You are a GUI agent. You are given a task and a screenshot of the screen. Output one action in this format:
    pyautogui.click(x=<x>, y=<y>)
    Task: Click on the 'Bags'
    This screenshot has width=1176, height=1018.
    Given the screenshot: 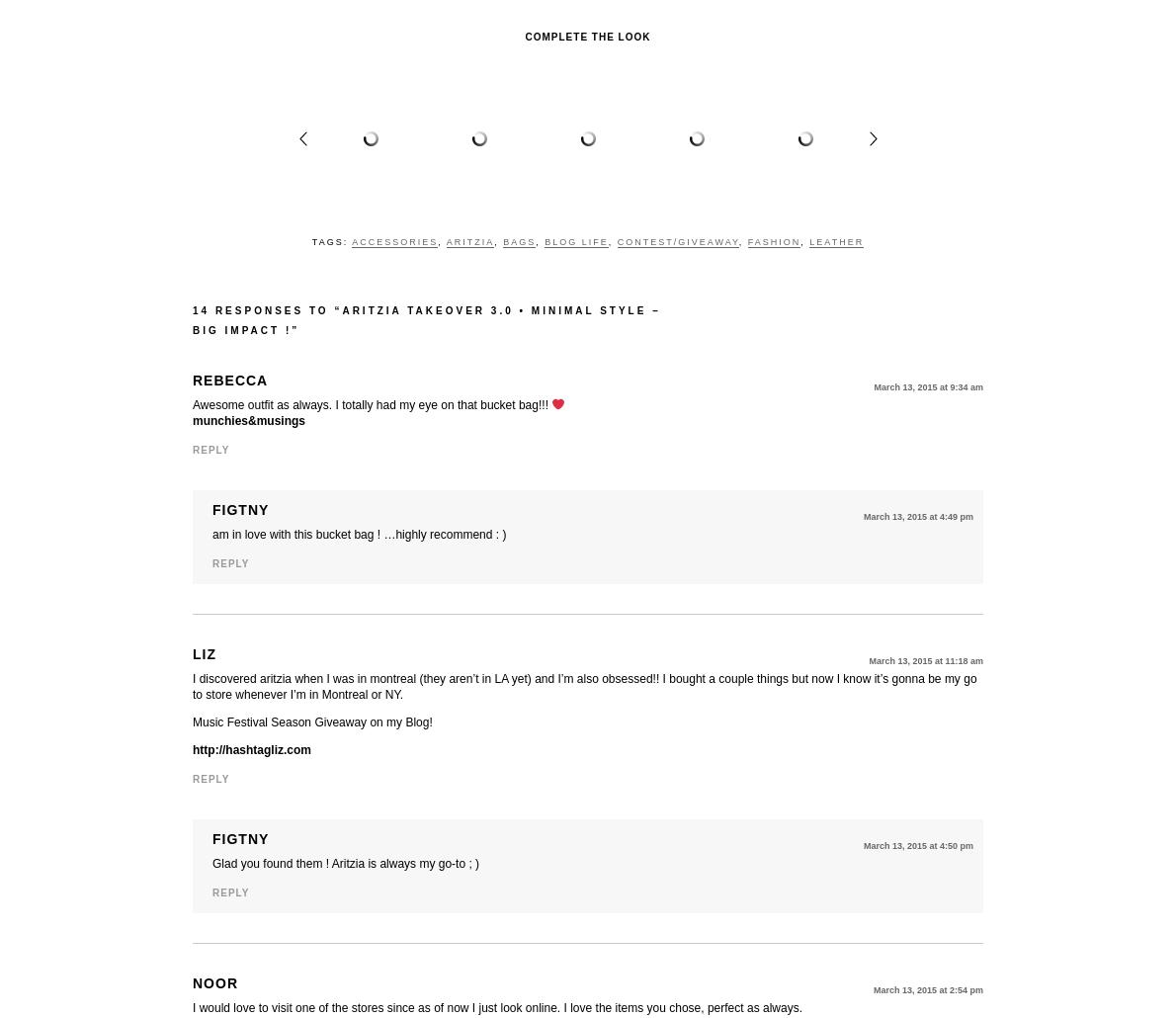 What is the action you would take?
    pyautogui.click(x=518, y=242)
    